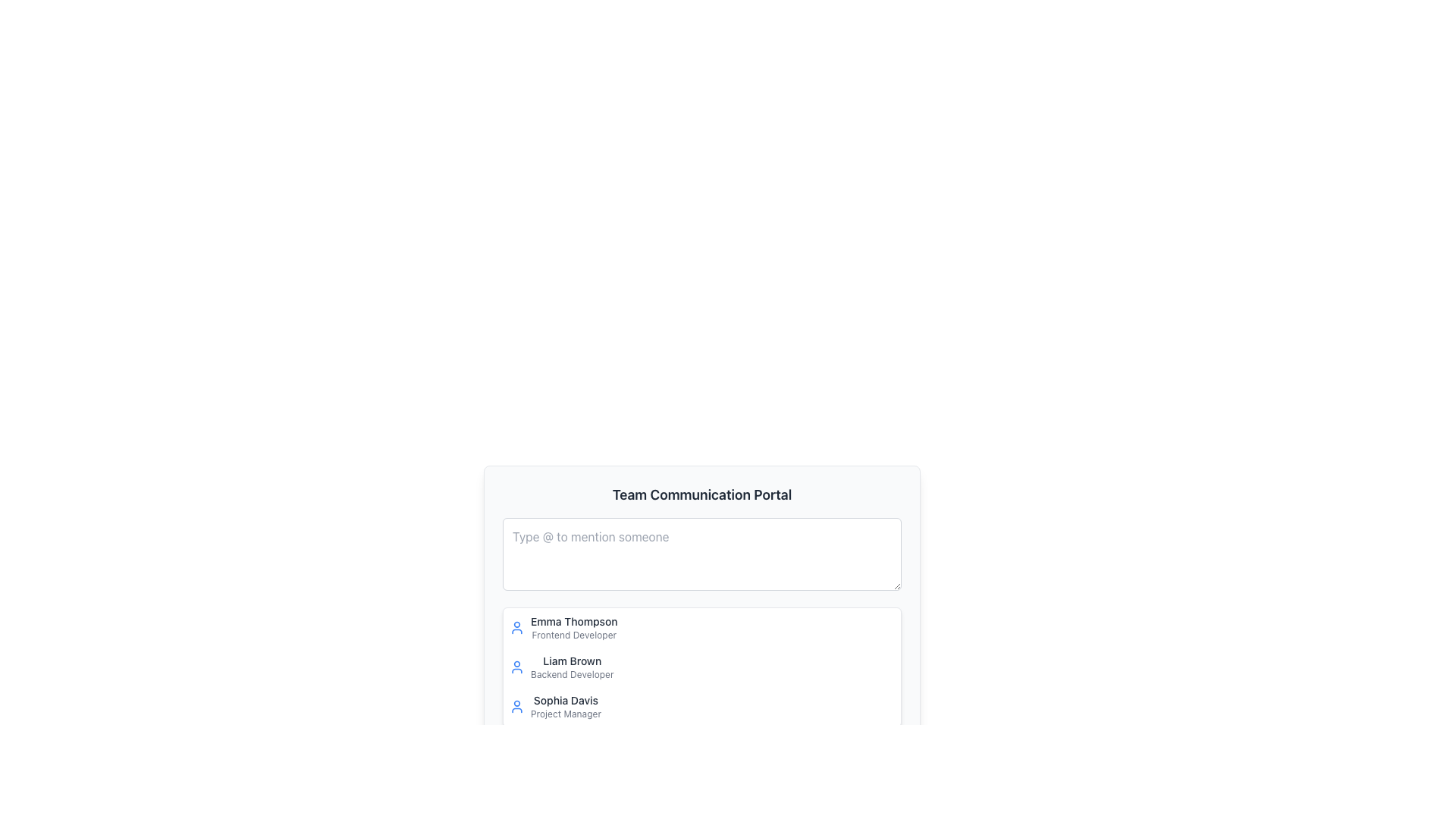  What do you see at coordinates (516, 666) in the screenshot?
I see `the user icon representing 'Liam Brown's profile' located to the left of the text 'Liam Brown - Backend Developer'` at bounding box center [516, 666].